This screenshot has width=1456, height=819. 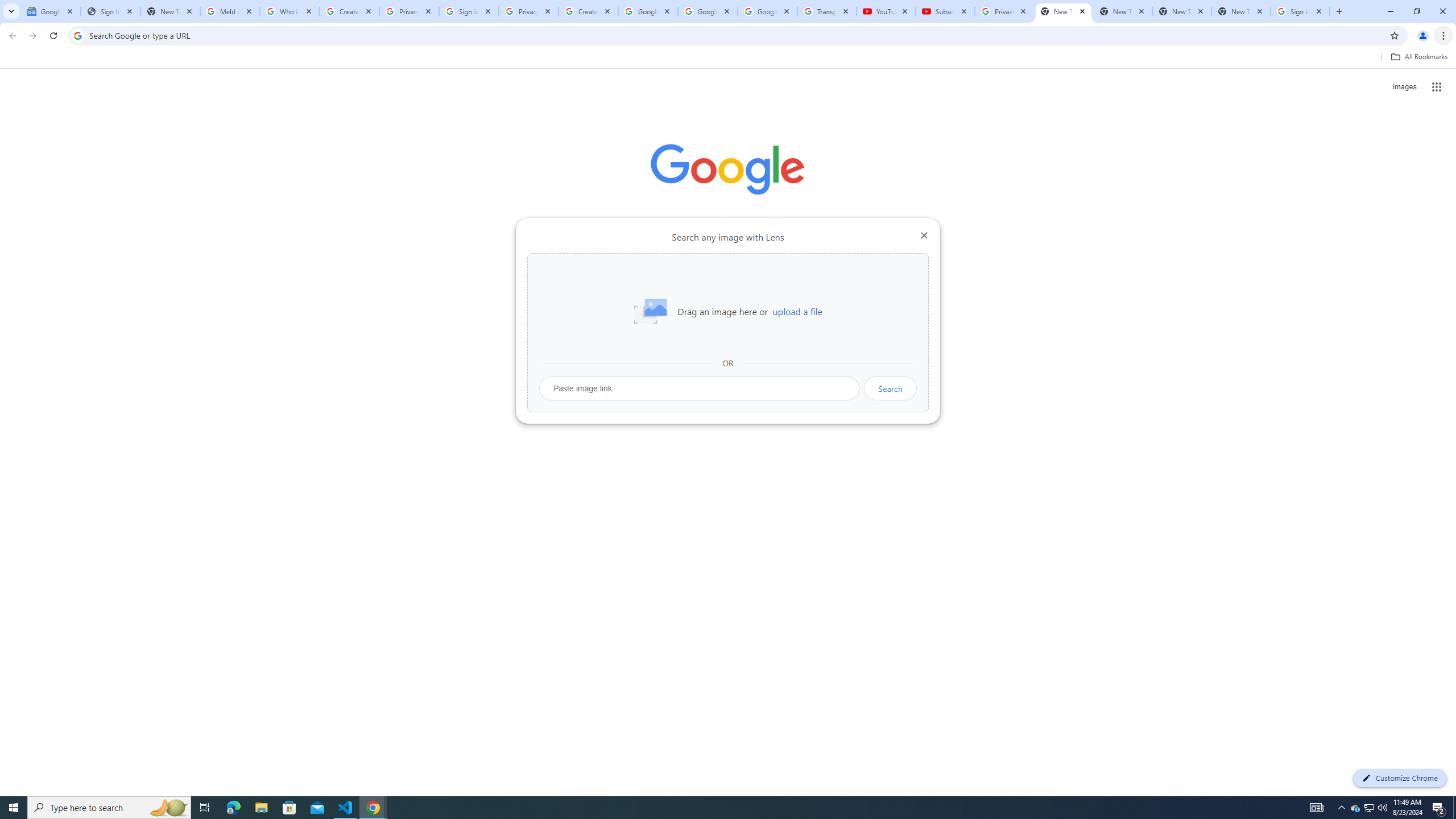 I want to click on 'All Bookmarks', so click(x=1418, y=56).